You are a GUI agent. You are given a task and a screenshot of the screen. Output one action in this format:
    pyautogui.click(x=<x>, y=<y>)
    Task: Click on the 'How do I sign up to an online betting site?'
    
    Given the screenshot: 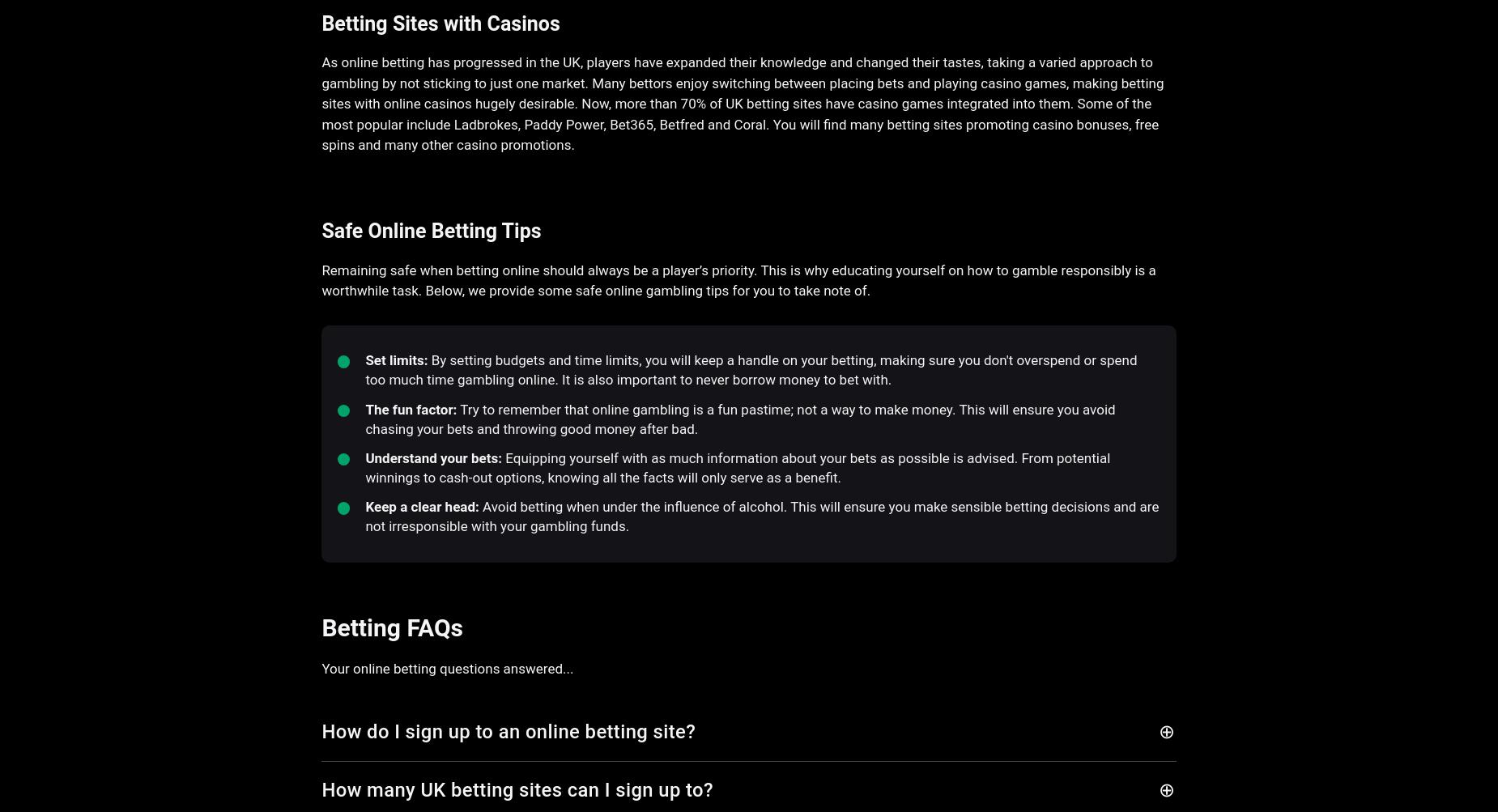 What is the action you would take?
    pyautogui.click(x=321, y=731)
    